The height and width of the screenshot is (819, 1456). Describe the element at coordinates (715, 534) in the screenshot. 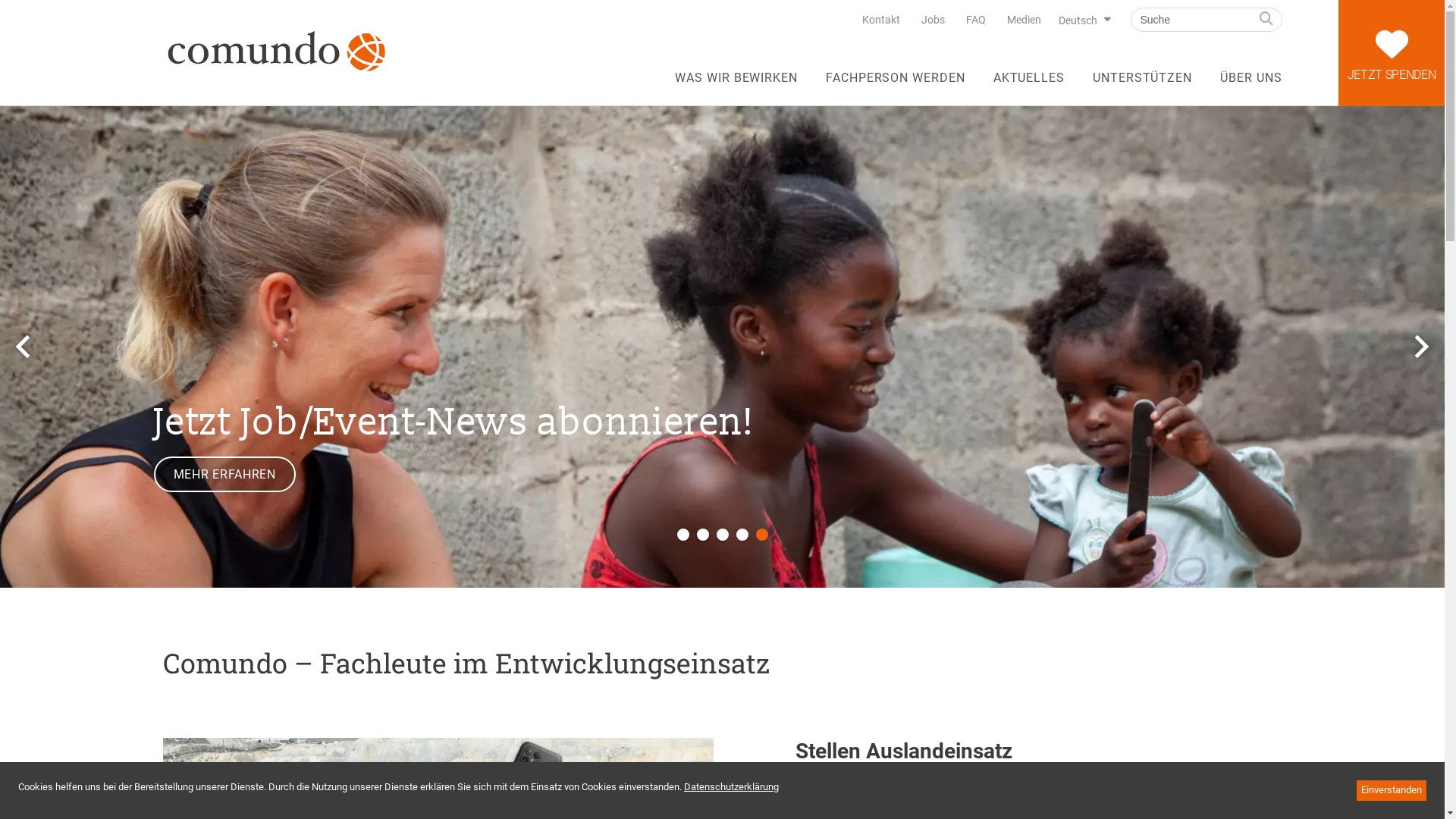

I see `'3'` at that location.